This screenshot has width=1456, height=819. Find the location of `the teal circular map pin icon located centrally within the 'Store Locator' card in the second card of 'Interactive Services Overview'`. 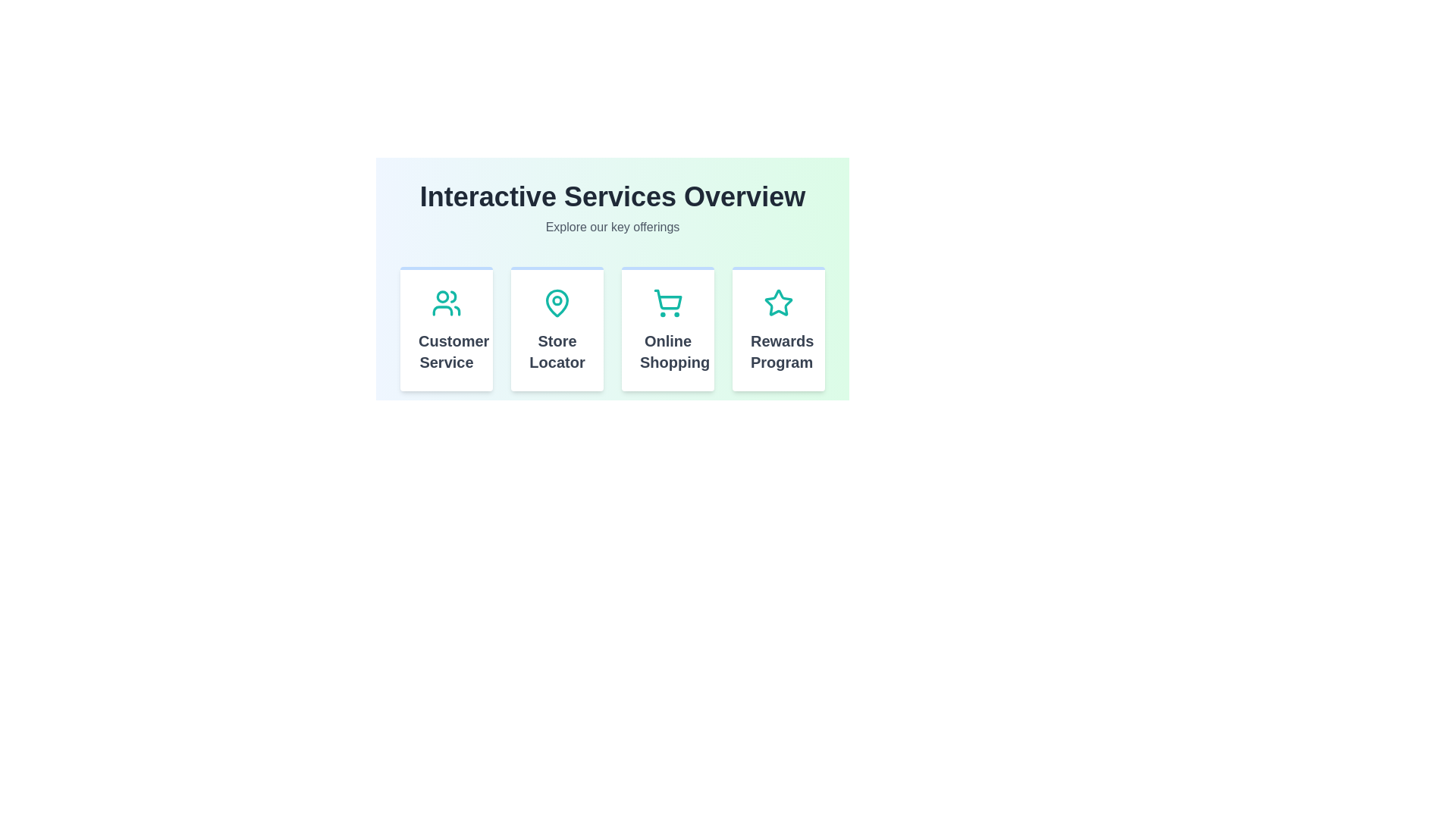

the teal circular map pin icon located centrally within the 'Store Locator' card in the second card of 'Interactive Services Overview' is located at coordinates (556, 303).